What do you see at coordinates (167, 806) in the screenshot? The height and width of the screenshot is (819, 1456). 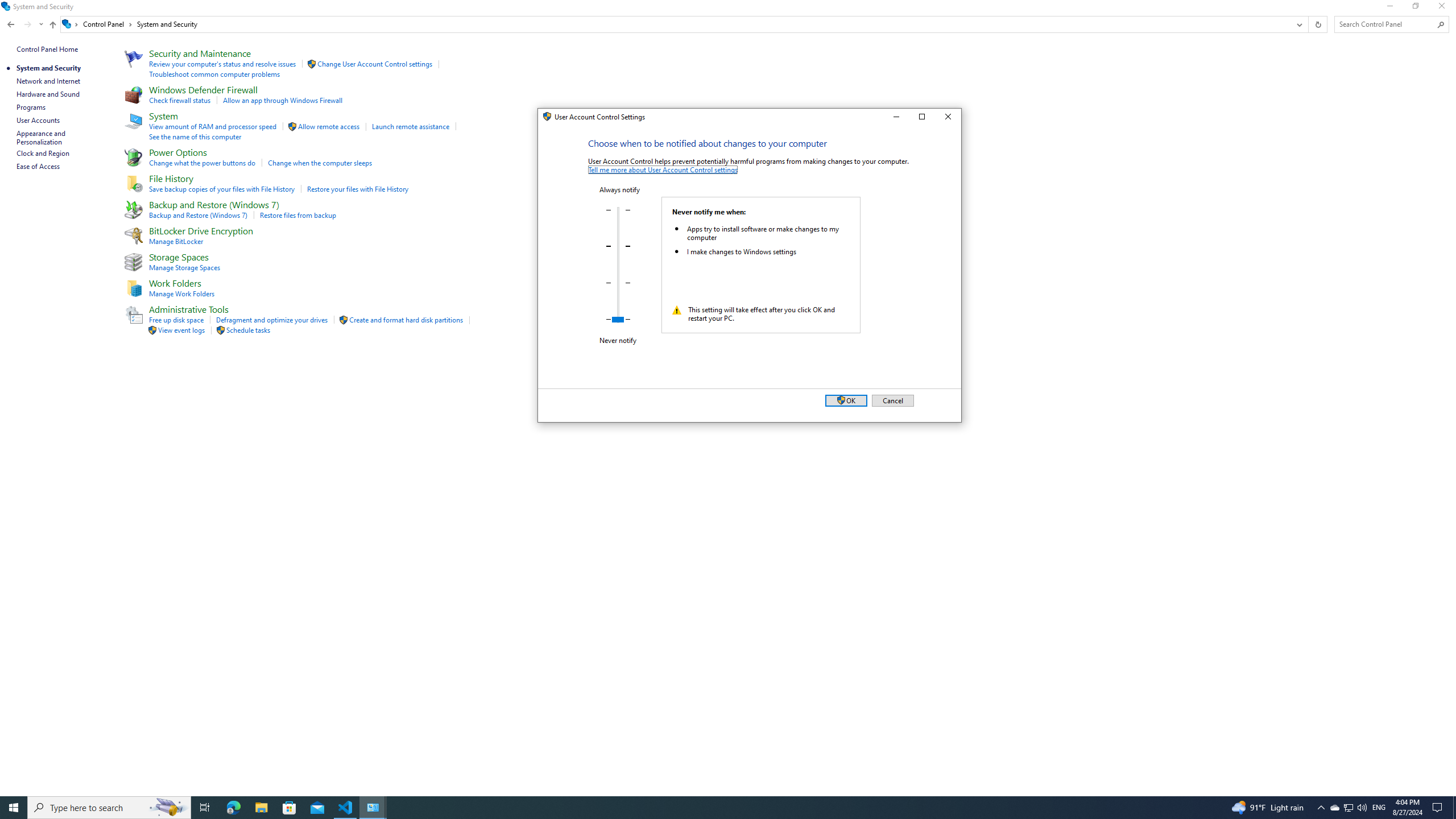 I see `'Search highlights icon opens search home window'` at bounding box center [167, 806].